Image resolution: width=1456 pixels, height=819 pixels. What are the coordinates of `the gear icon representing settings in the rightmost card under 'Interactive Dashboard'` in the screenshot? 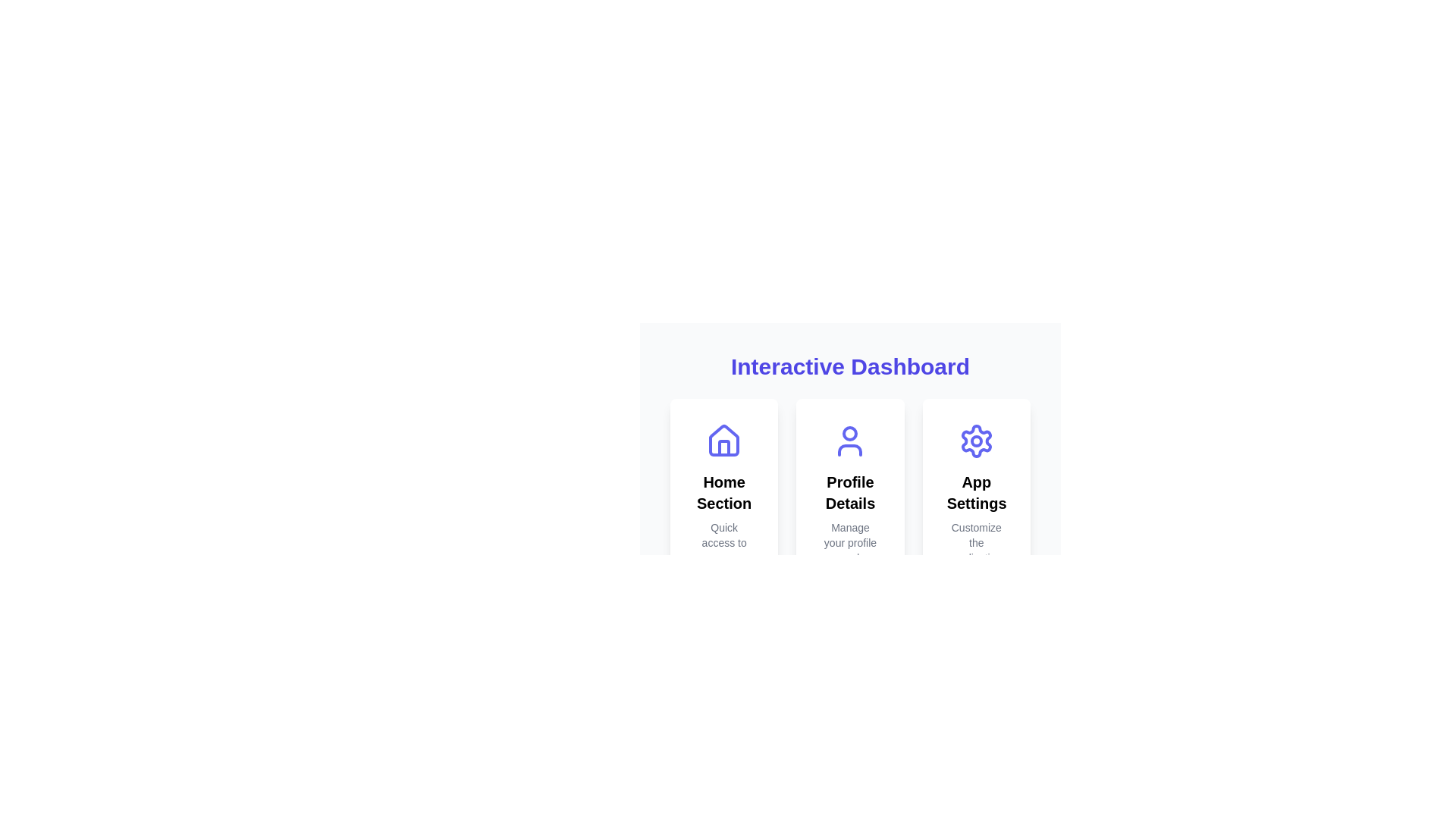 It's located at (976, 441).